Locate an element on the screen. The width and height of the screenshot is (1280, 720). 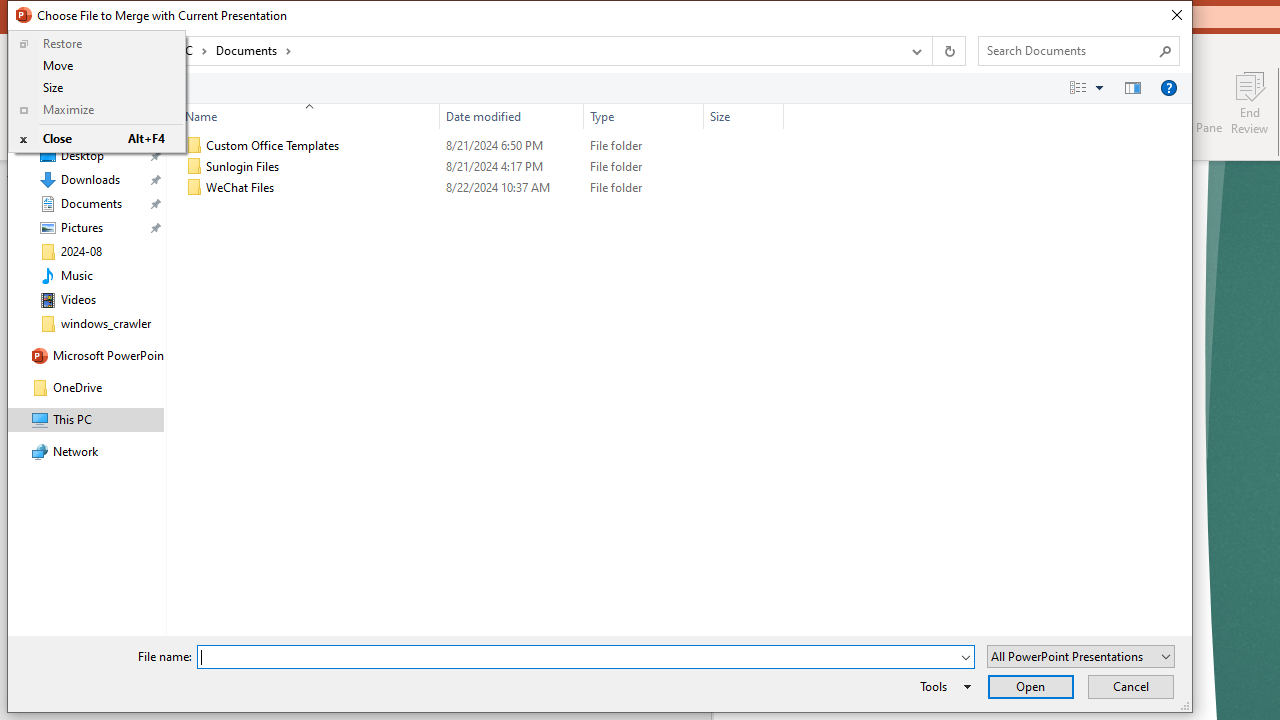
'End Review' is located at coordinates (1248, 103).